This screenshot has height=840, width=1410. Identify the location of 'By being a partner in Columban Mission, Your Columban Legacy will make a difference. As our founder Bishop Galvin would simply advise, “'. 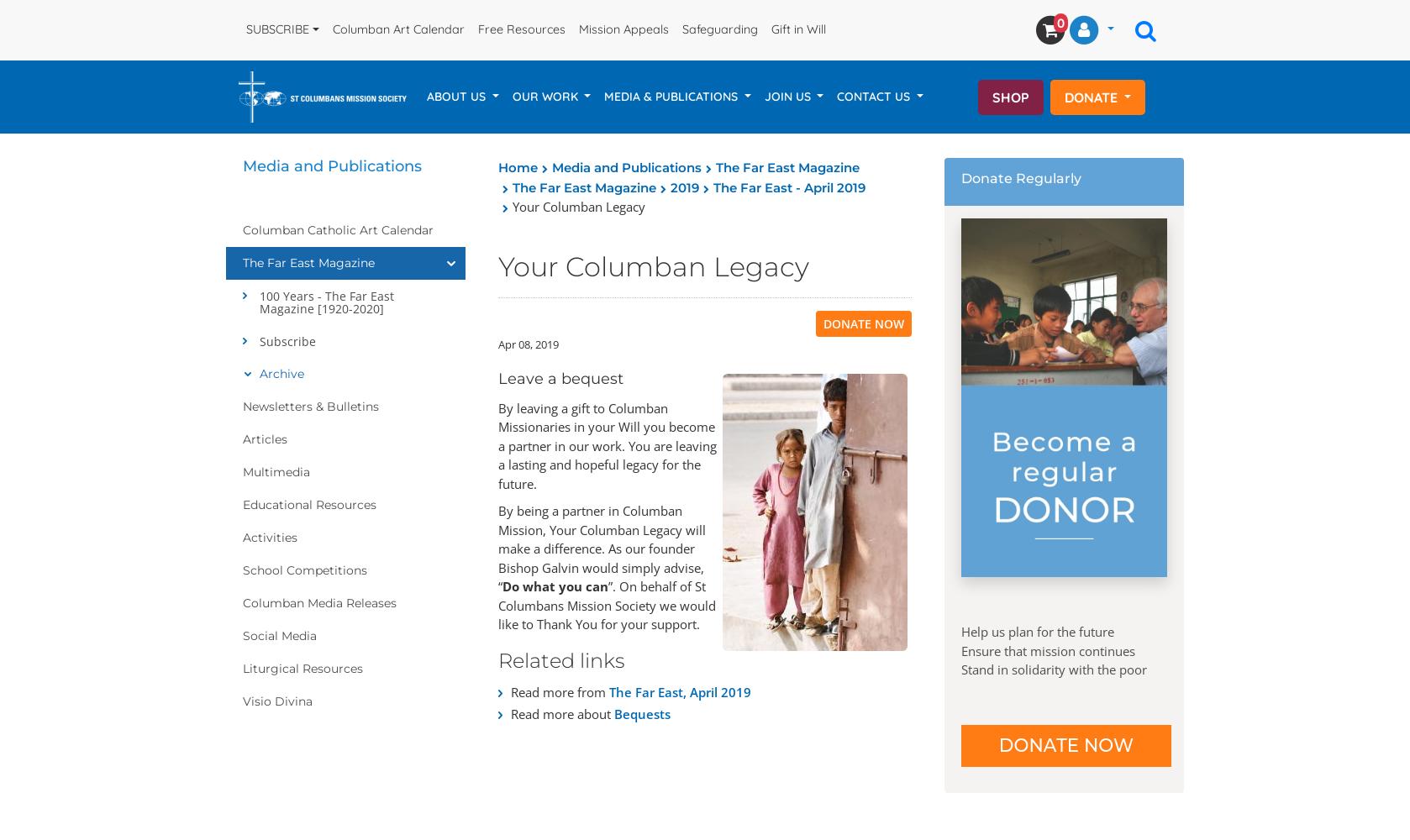
(601, 549).